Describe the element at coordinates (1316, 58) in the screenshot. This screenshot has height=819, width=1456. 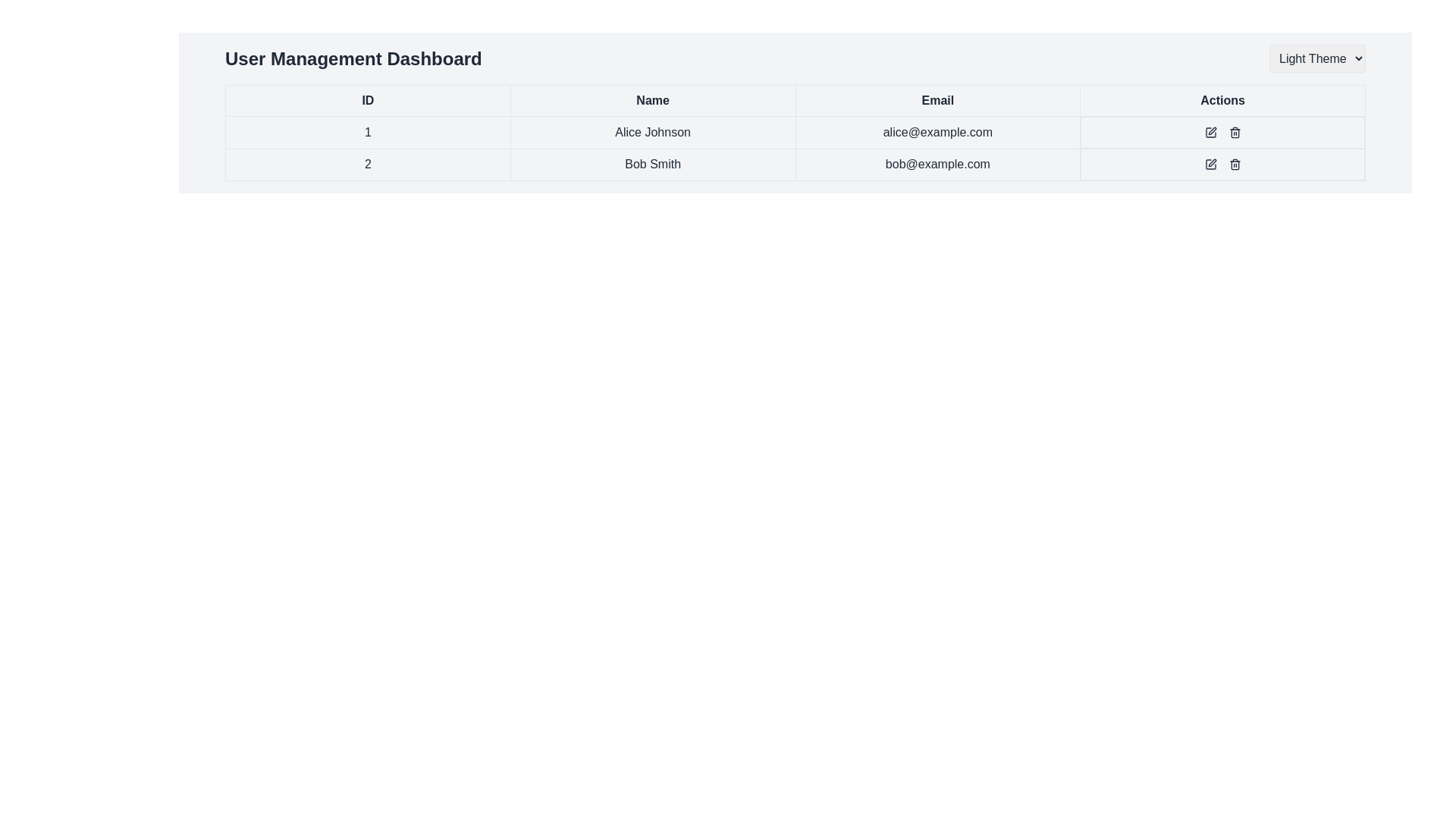
I see `the dropdown menu for theme selection located in the top-right corner adjacent to 'User Management Dashboard'` at that location.